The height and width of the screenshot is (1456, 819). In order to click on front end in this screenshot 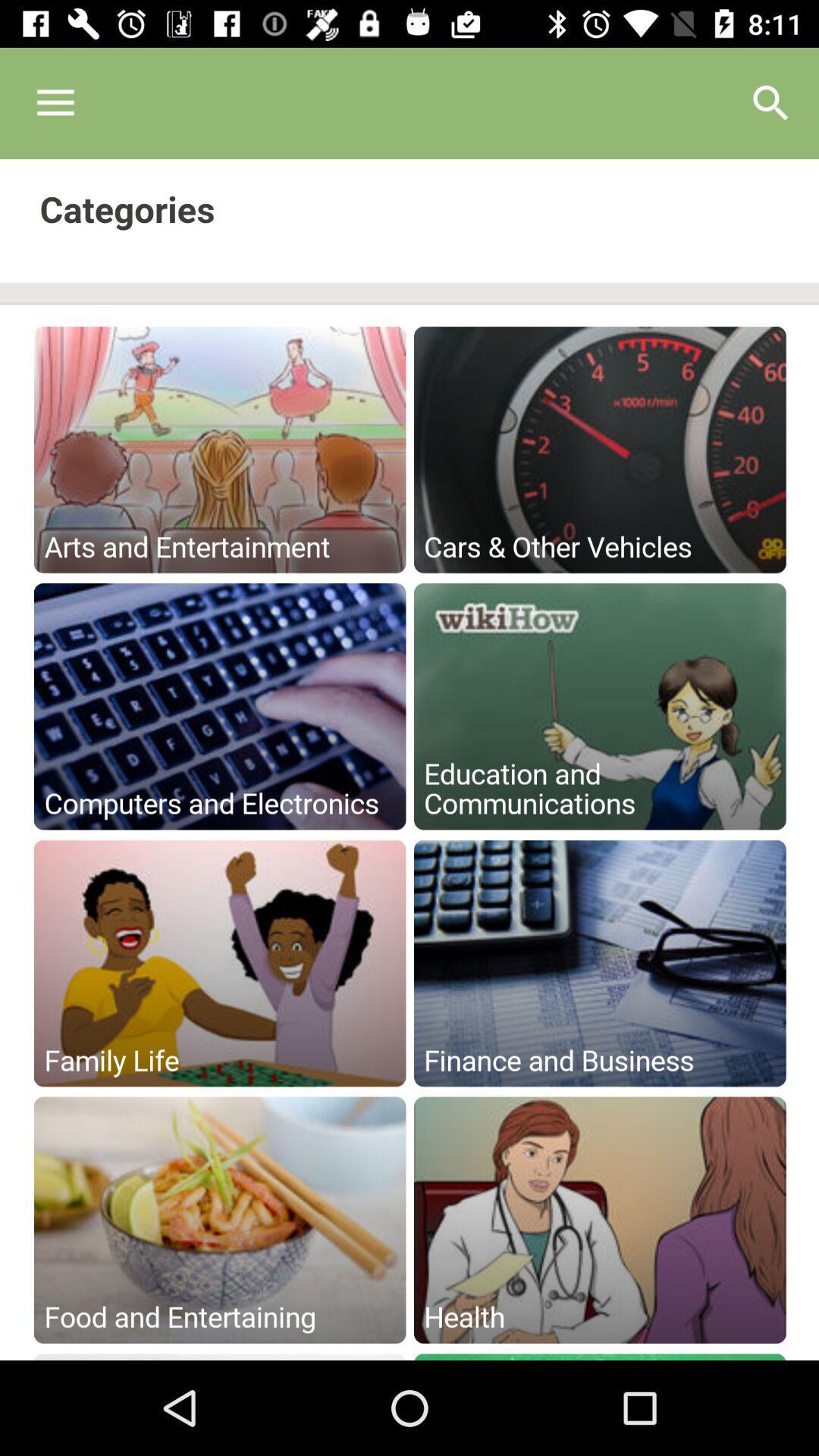, I will do `click(409, 760)`.